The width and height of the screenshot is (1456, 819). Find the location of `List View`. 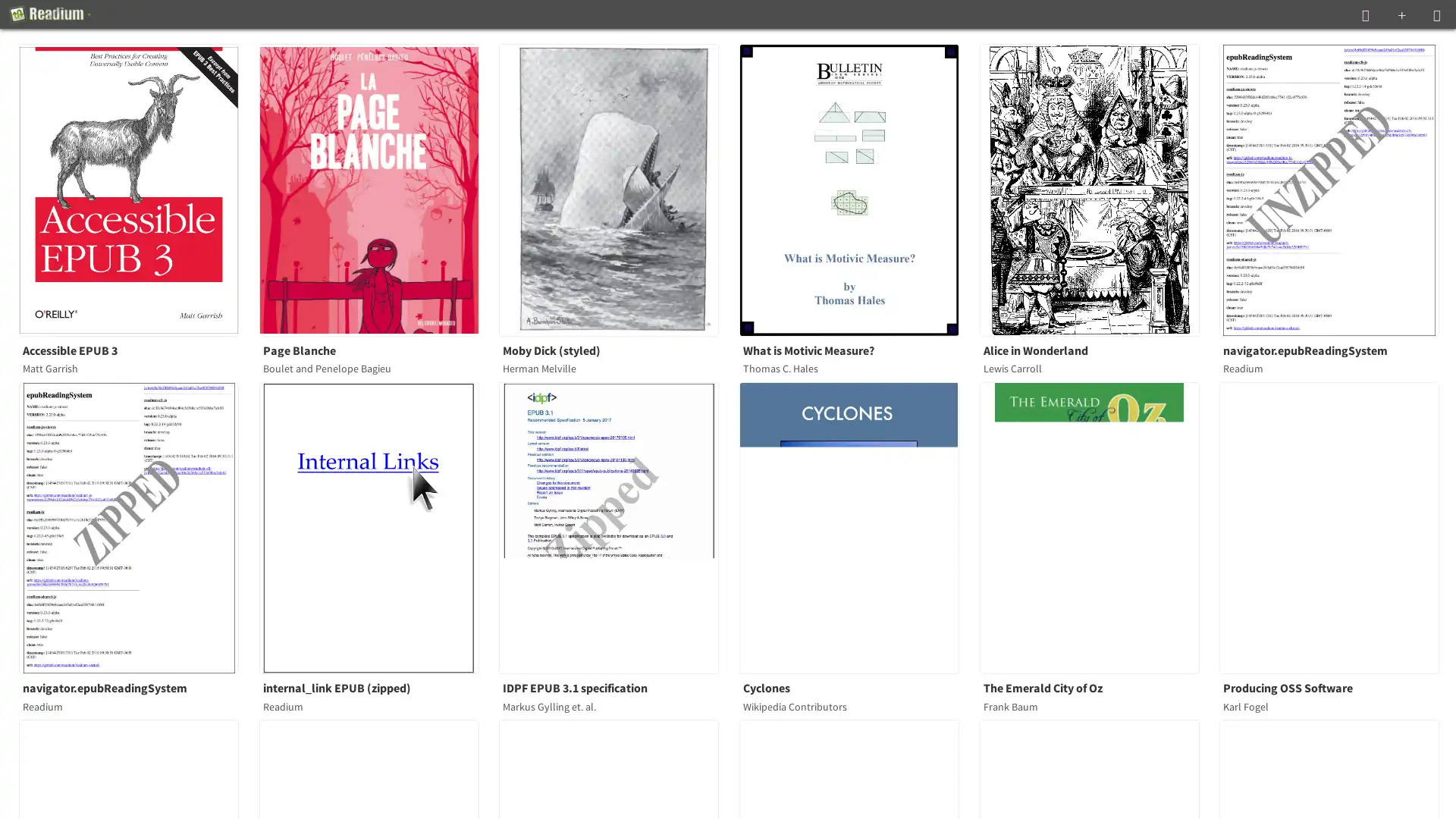

List View is located at coordinates (1365, 14).